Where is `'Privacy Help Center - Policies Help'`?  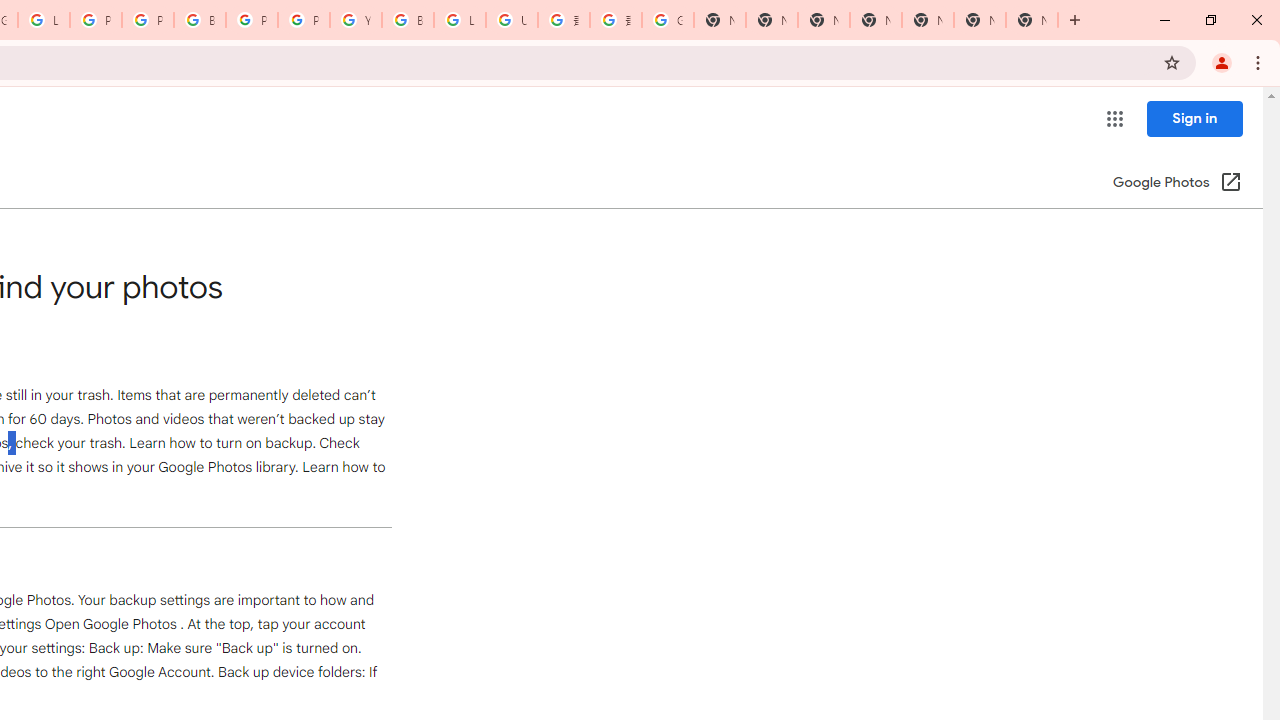
'Privacy Help Center - Policies Help' is located at coordinates (146, 20).